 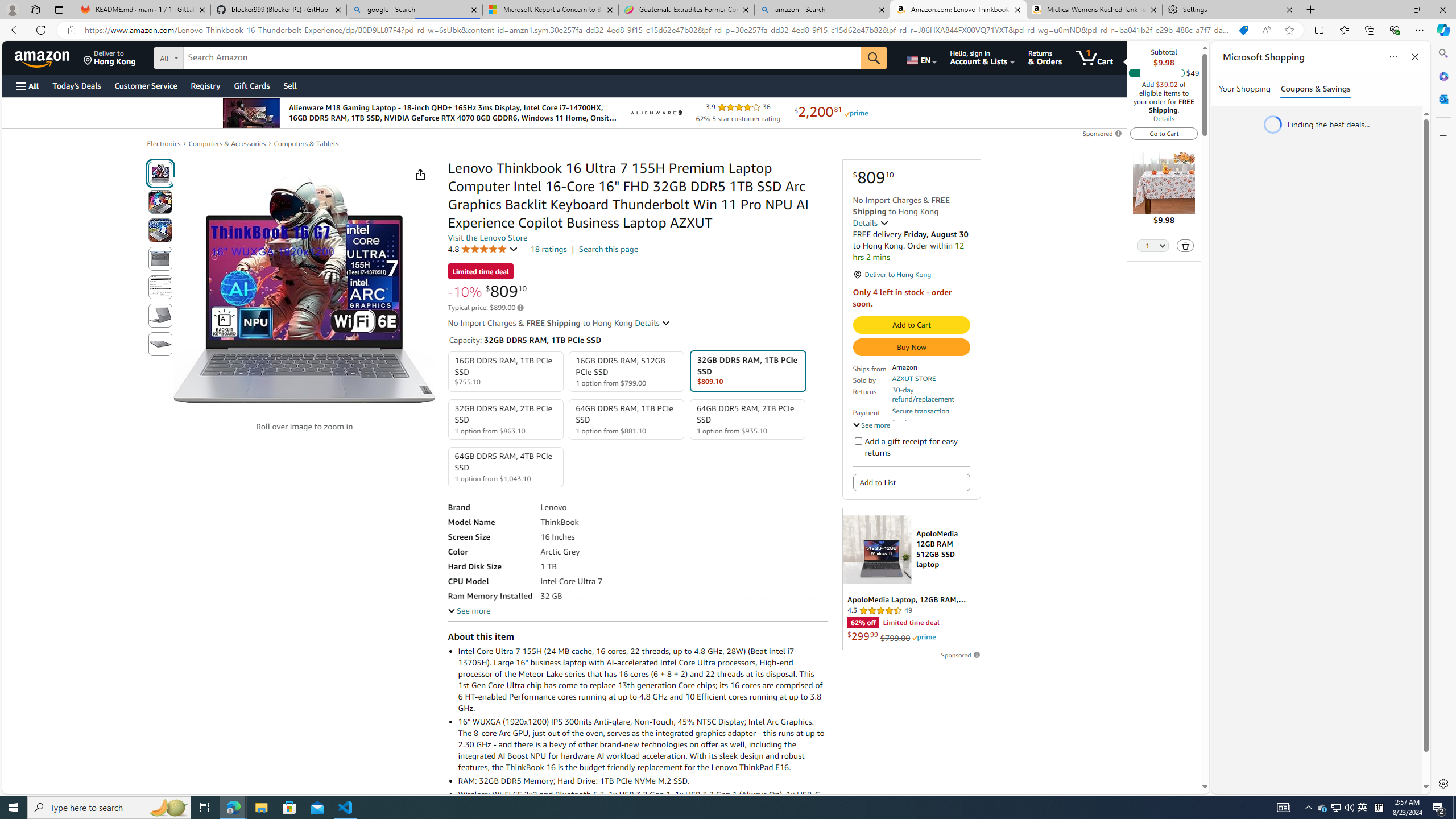 I want to click on 'Open Menu', so click(x=26, y=85).